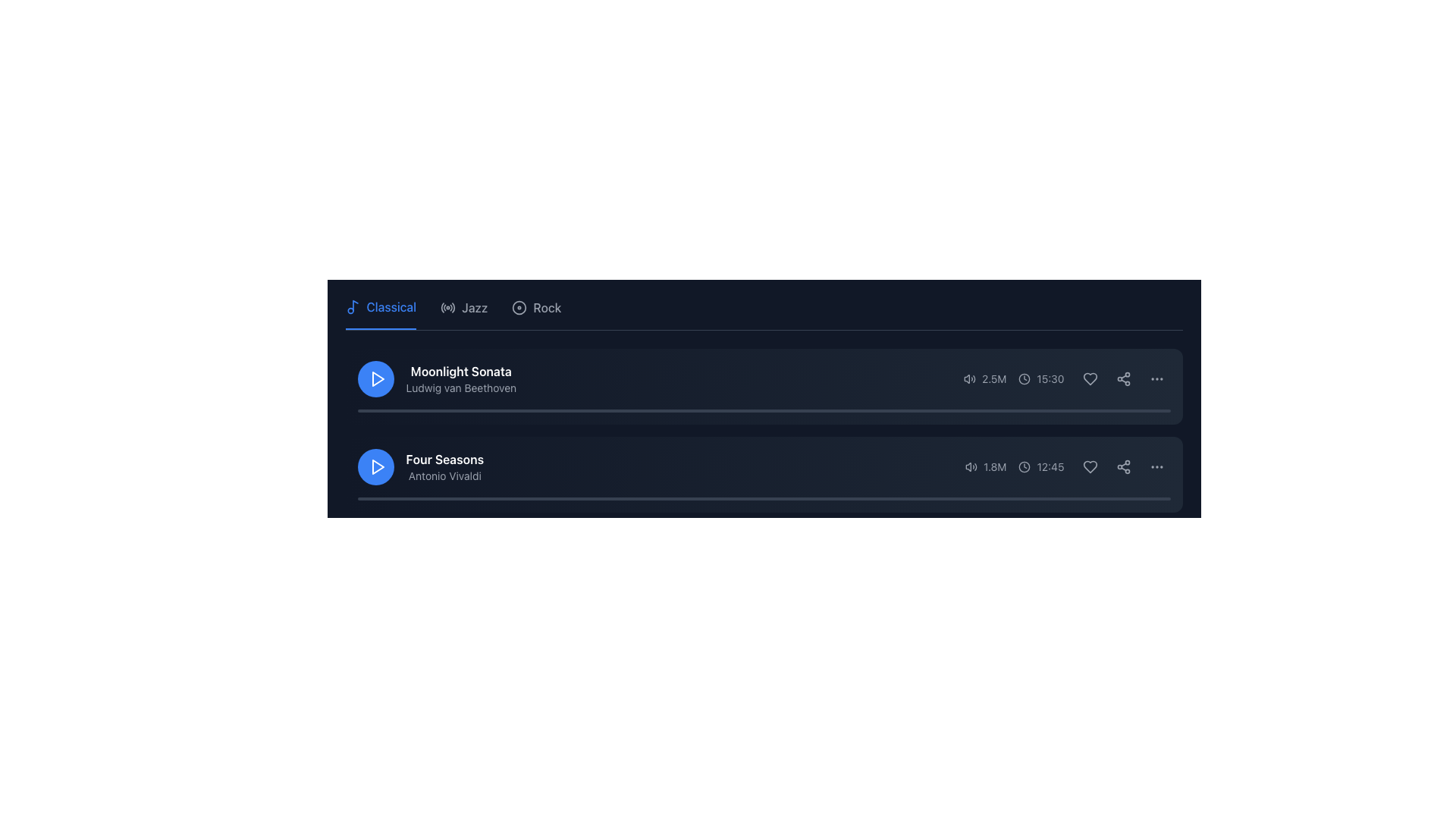 This screenshot has width=1456, height=819. Describe the element at coordinates (420, 466) in the screenshot. I see `the Track display item located in the second row of audio tracks, which displays the title and artist of a track` at that location.